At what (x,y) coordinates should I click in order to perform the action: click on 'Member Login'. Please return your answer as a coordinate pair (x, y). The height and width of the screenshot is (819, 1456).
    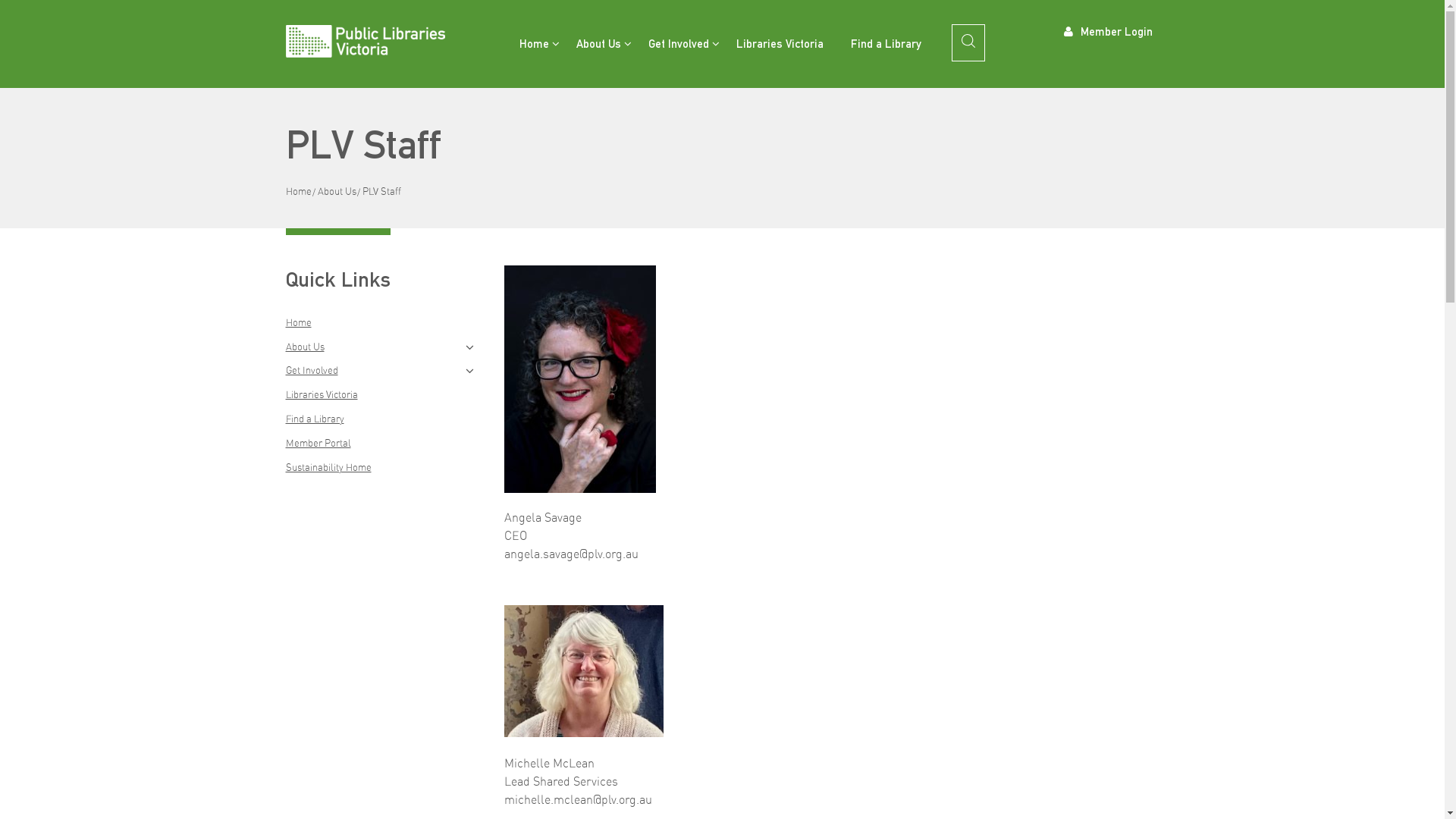
    Looking at the image, I should click on (1108, 30).